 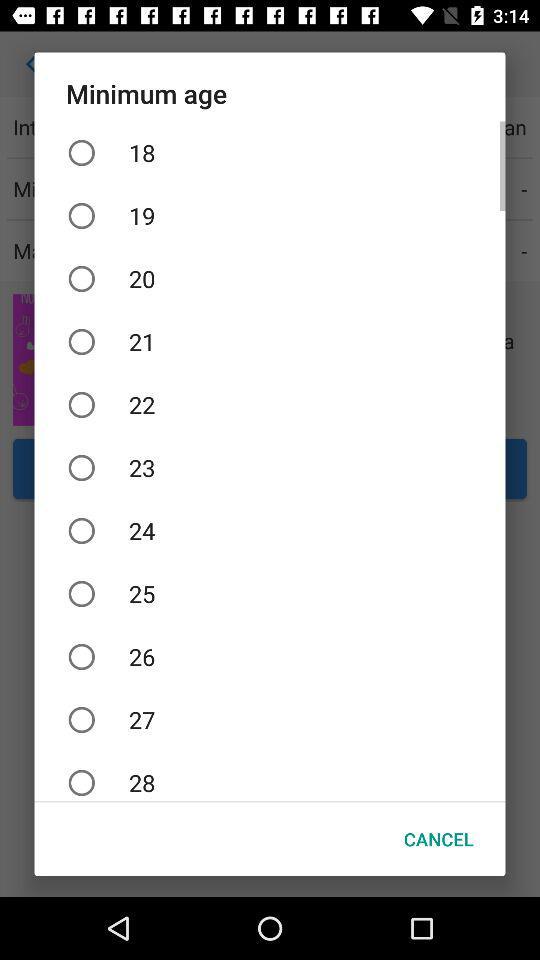 What do you see at coordinates (437, 839) in the screenshot?
I see `the icon below the 28 icon` at bounding box center [437, 839].